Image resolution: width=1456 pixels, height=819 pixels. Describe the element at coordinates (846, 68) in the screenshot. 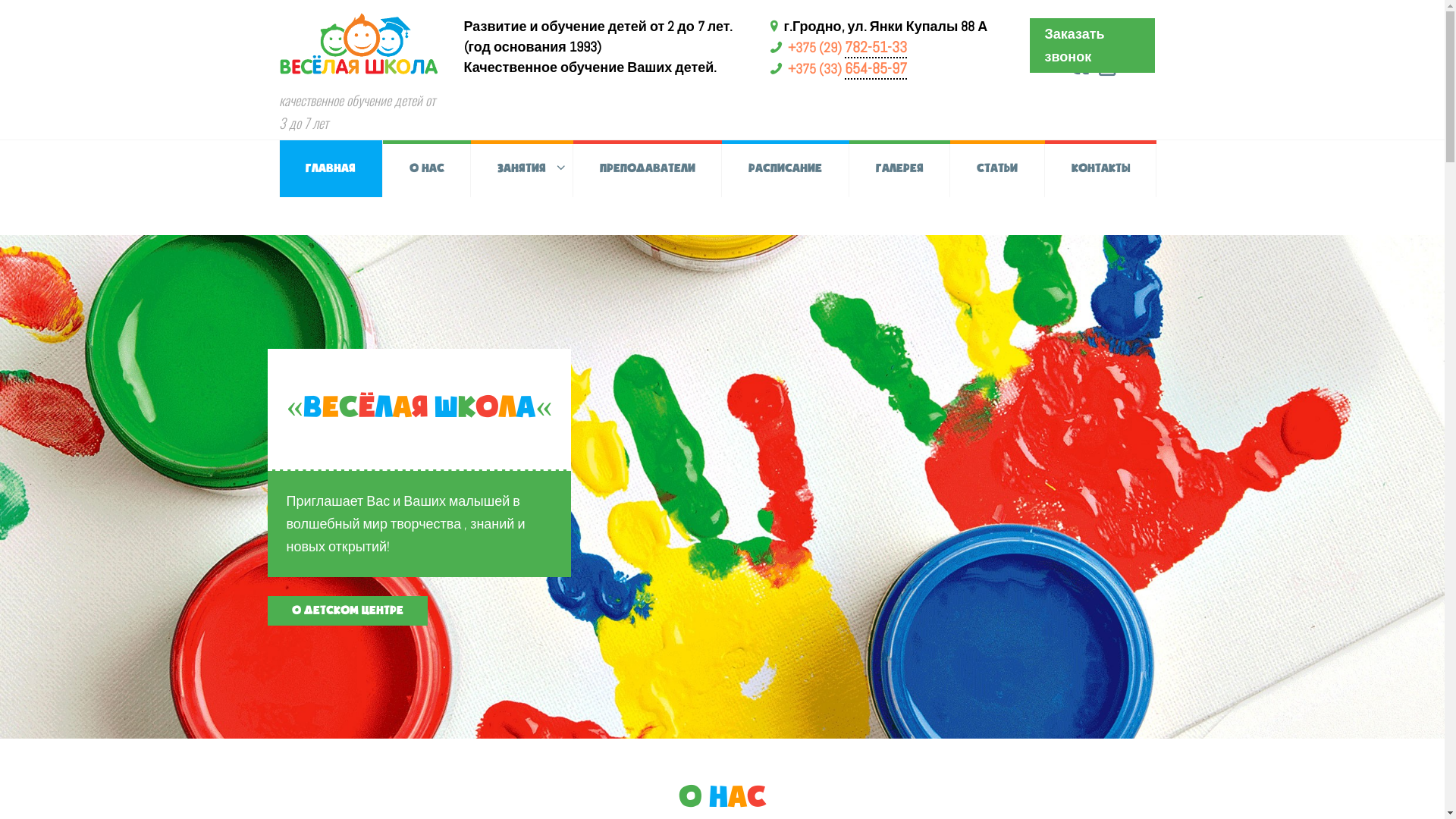

I see `'+375 (33) 654-85-97'` at that location.